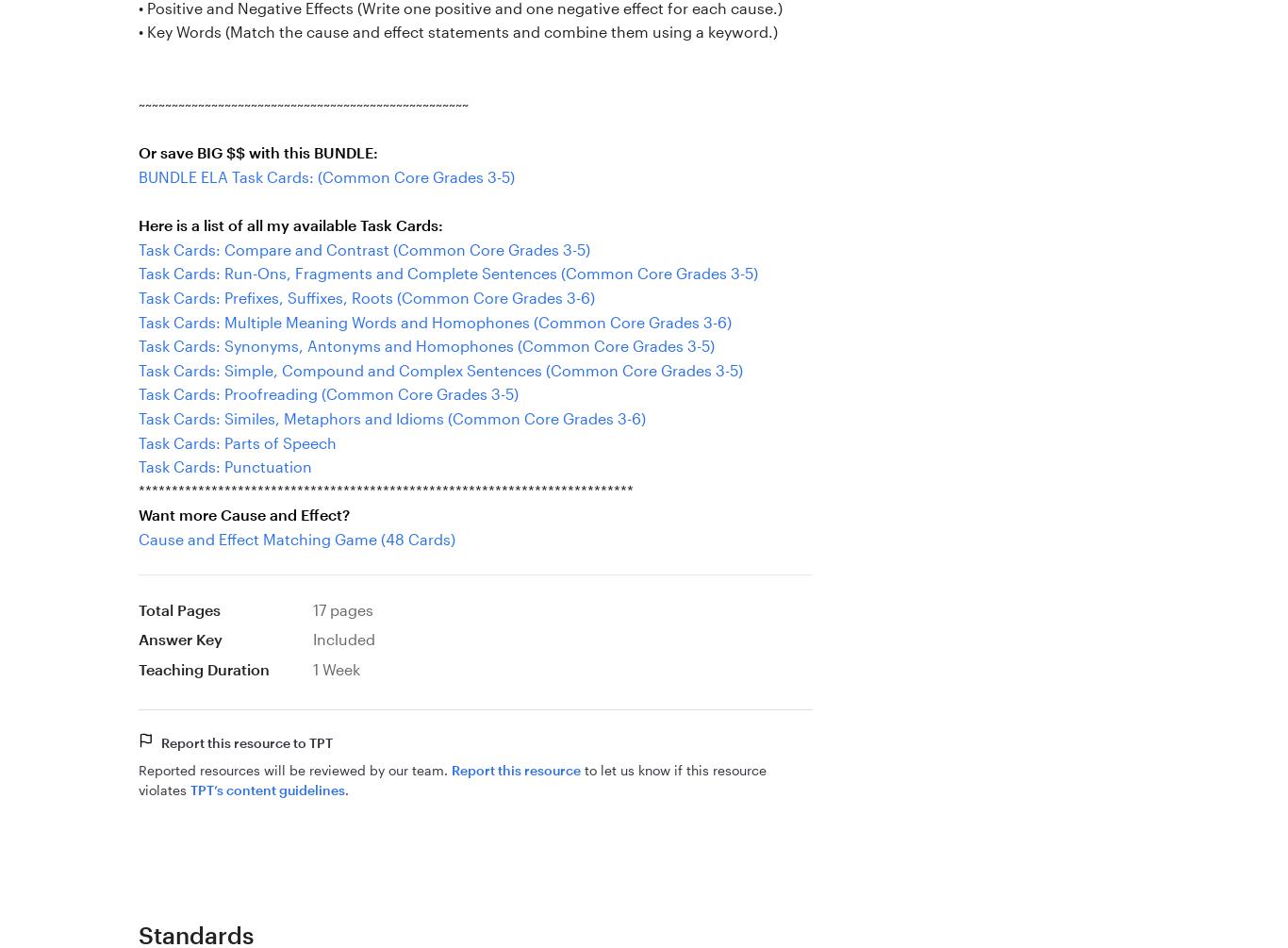 This screenshot has width=1288, height=948. What do you see at coordinates (267, 790) in the screenshot?
I see `'TPT’s content guidelines'` at bounding box center [267, 790].